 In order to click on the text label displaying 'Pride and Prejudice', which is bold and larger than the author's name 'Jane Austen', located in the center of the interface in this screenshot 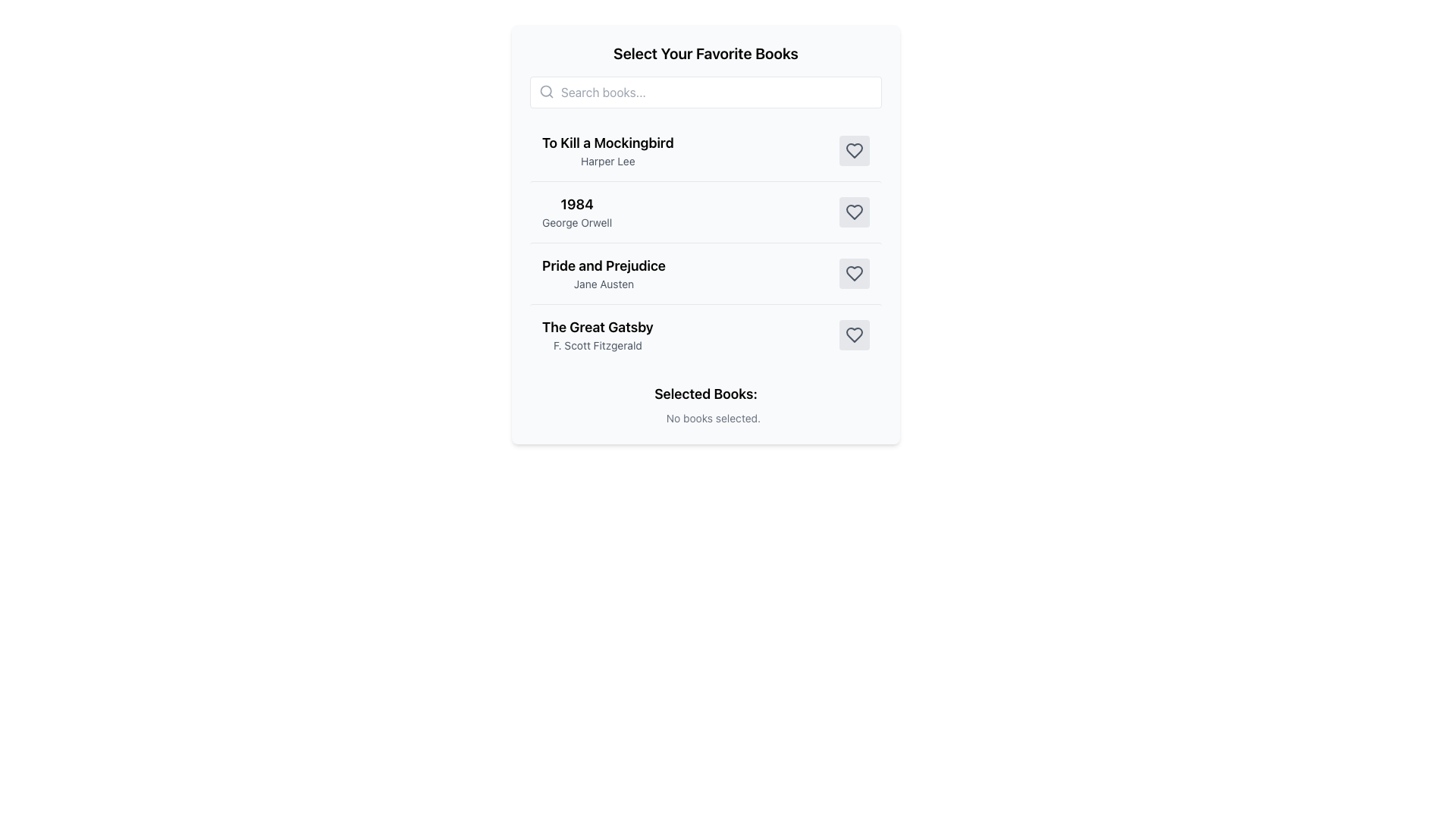, I will do `click(603, 265)`.